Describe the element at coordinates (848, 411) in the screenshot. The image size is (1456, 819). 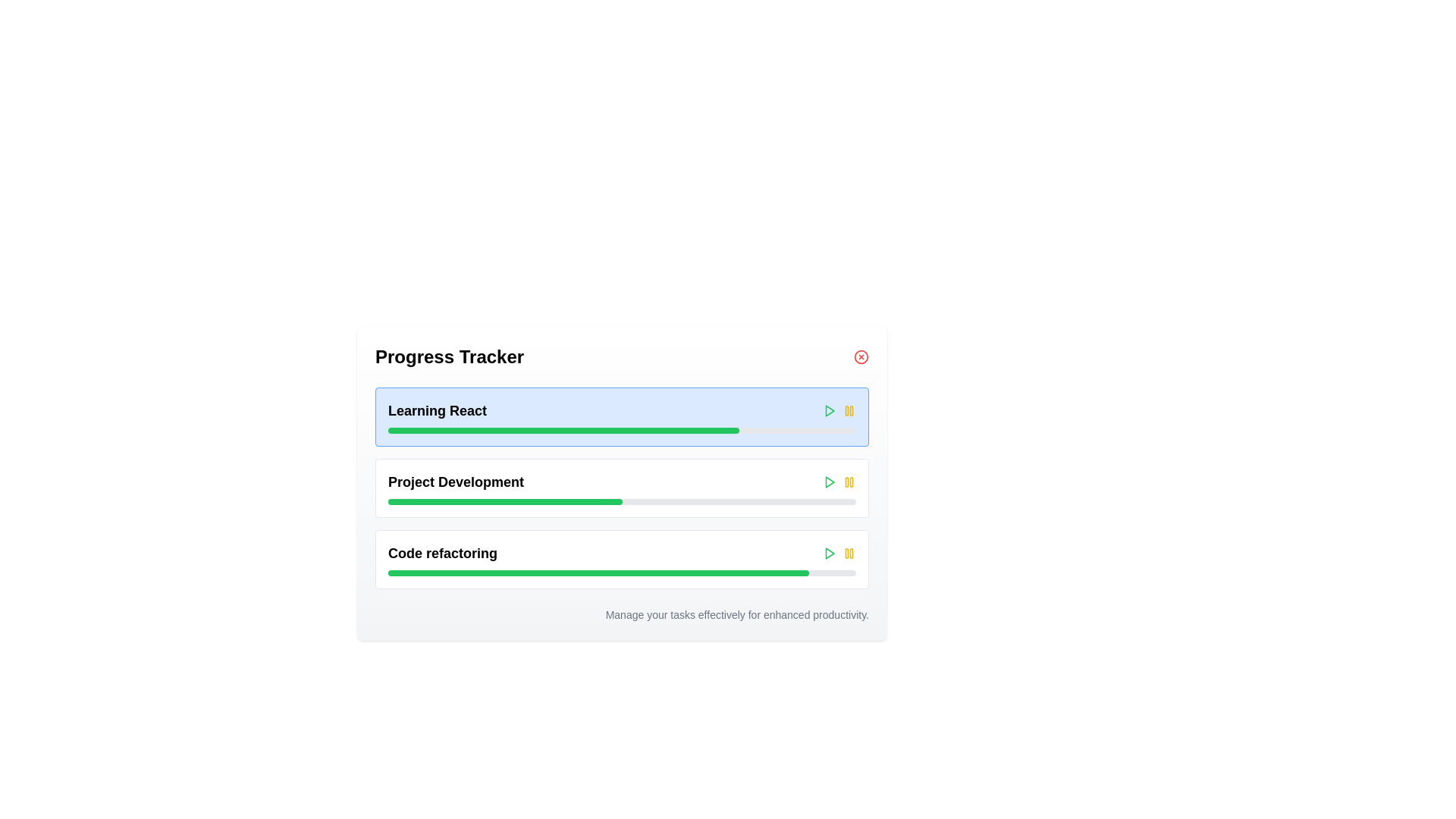
I see `the pause button located` at that location.